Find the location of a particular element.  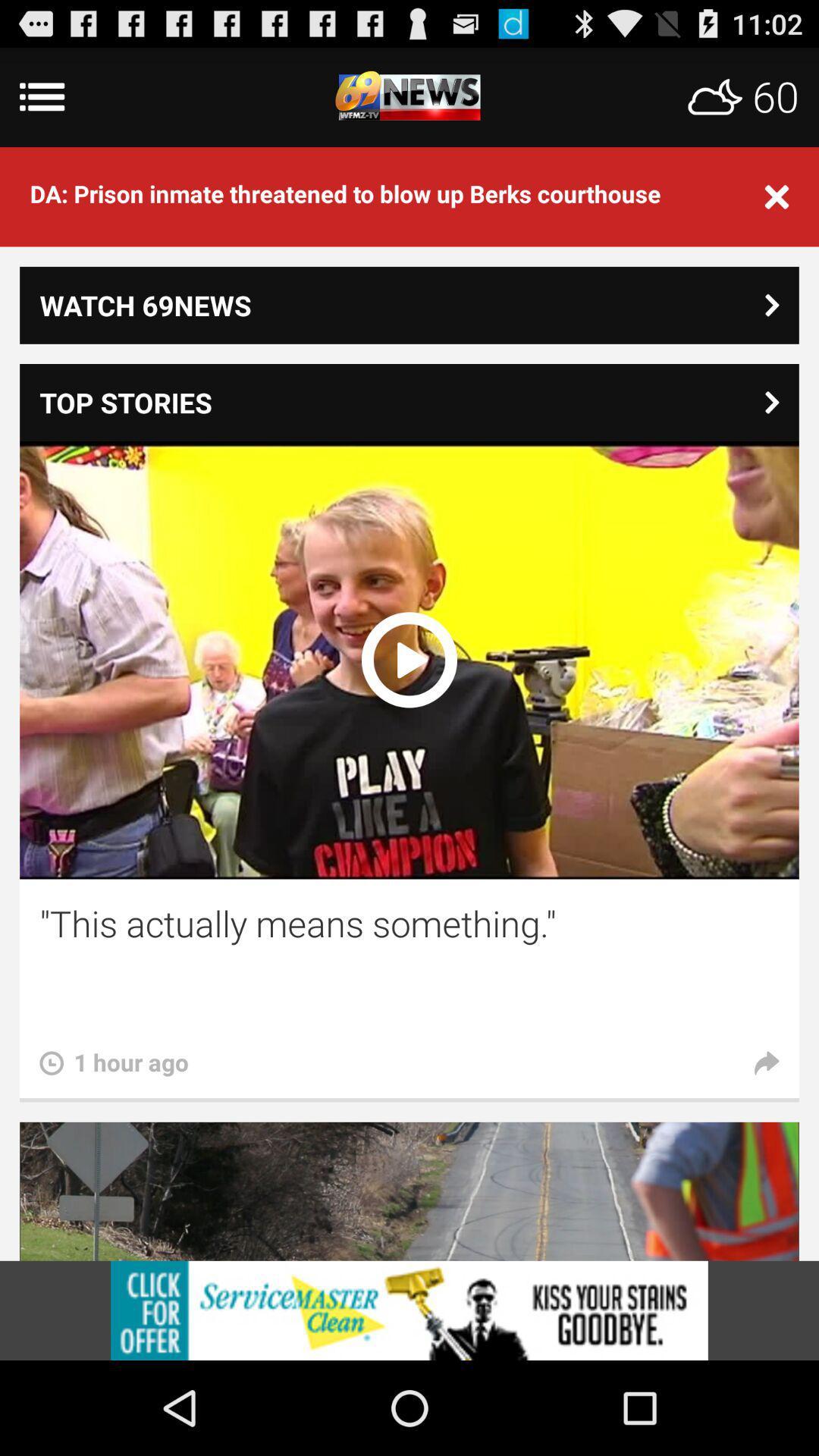

make advertisement is located at coordinates (409, 1310).